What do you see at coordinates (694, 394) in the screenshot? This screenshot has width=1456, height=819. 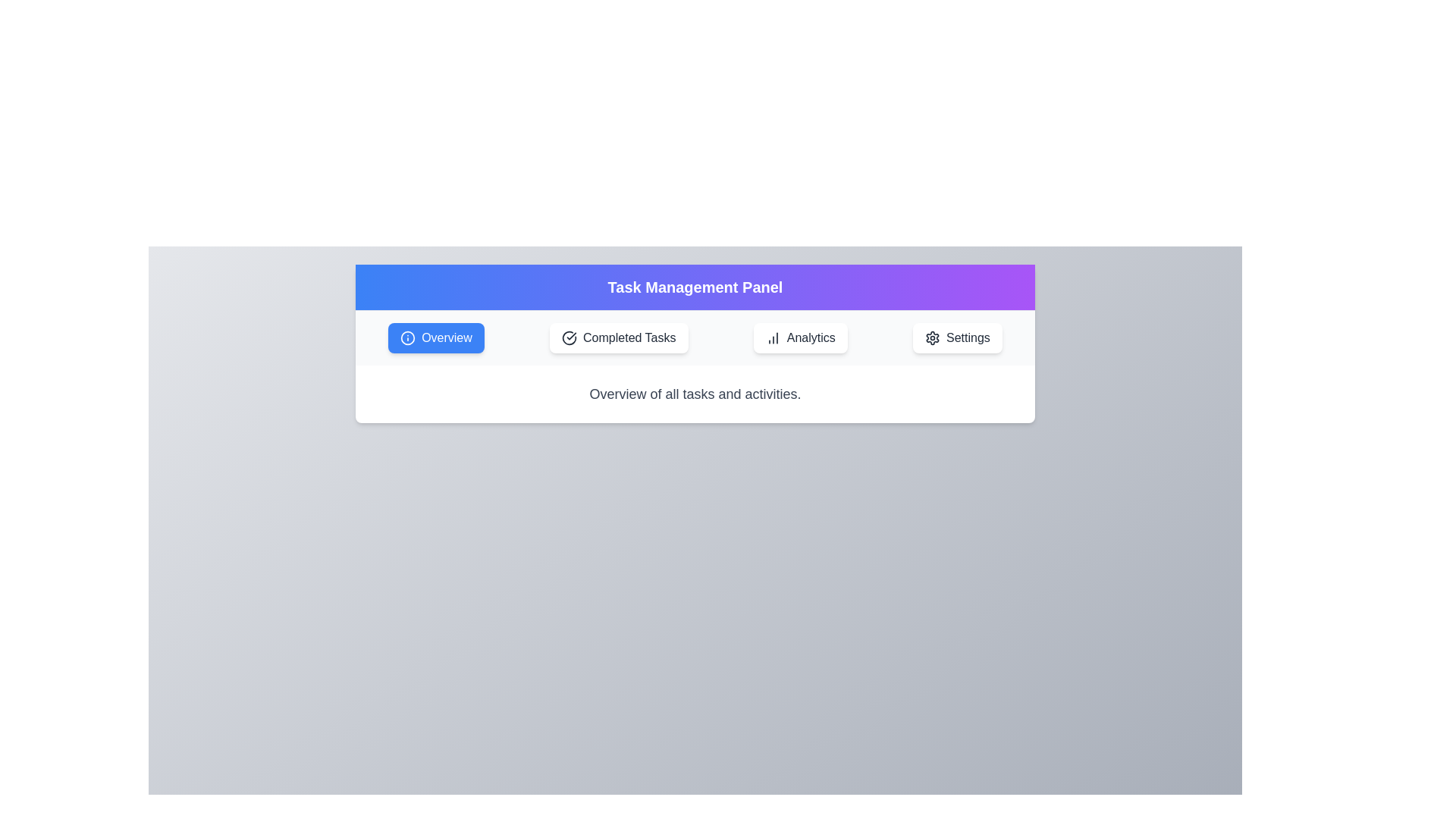 I see `the text label displaying 'Overview of all tasks and activities.' which is styled in gray color and located below the main navigation options` at bounding box center [694, 394].